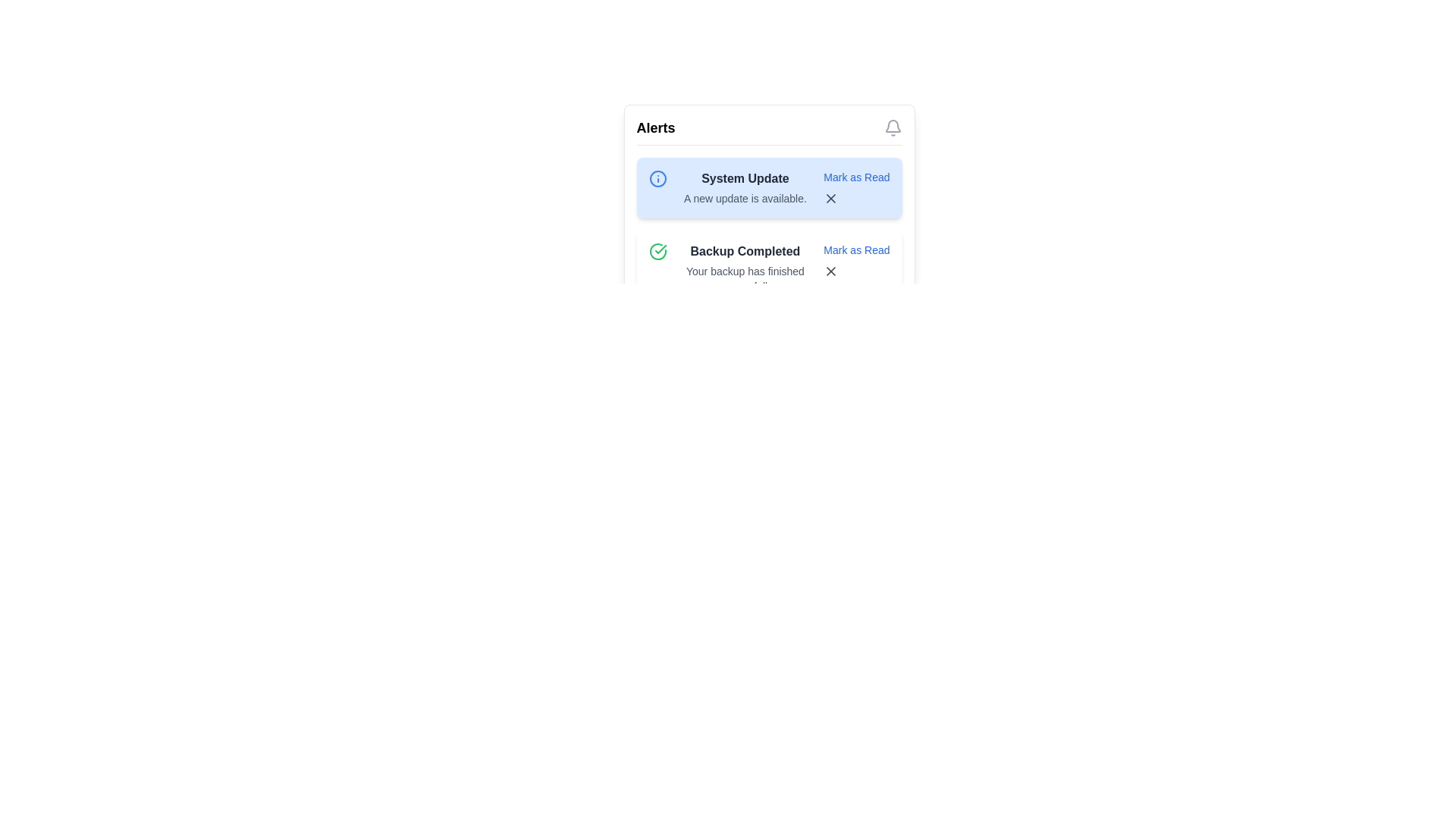 This screenshot has height=819, width=1456. What do you see at coordinates (856, 198) in the screenshot?
I see `the dismiss button located in the 'System Update' notification card` at bounding box center [856, 198].